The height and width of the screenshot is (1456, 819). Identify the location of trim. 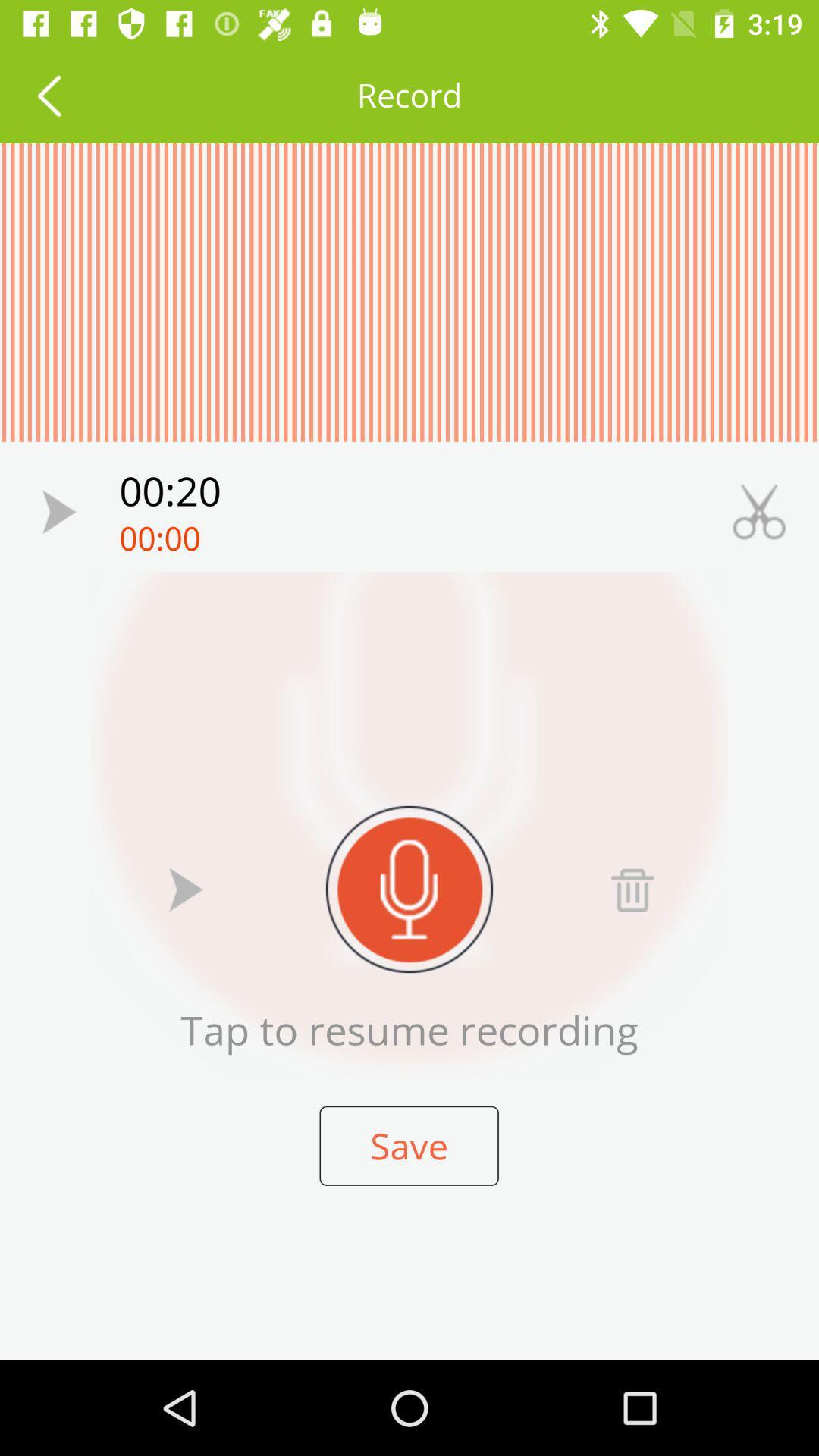
(759, 512).